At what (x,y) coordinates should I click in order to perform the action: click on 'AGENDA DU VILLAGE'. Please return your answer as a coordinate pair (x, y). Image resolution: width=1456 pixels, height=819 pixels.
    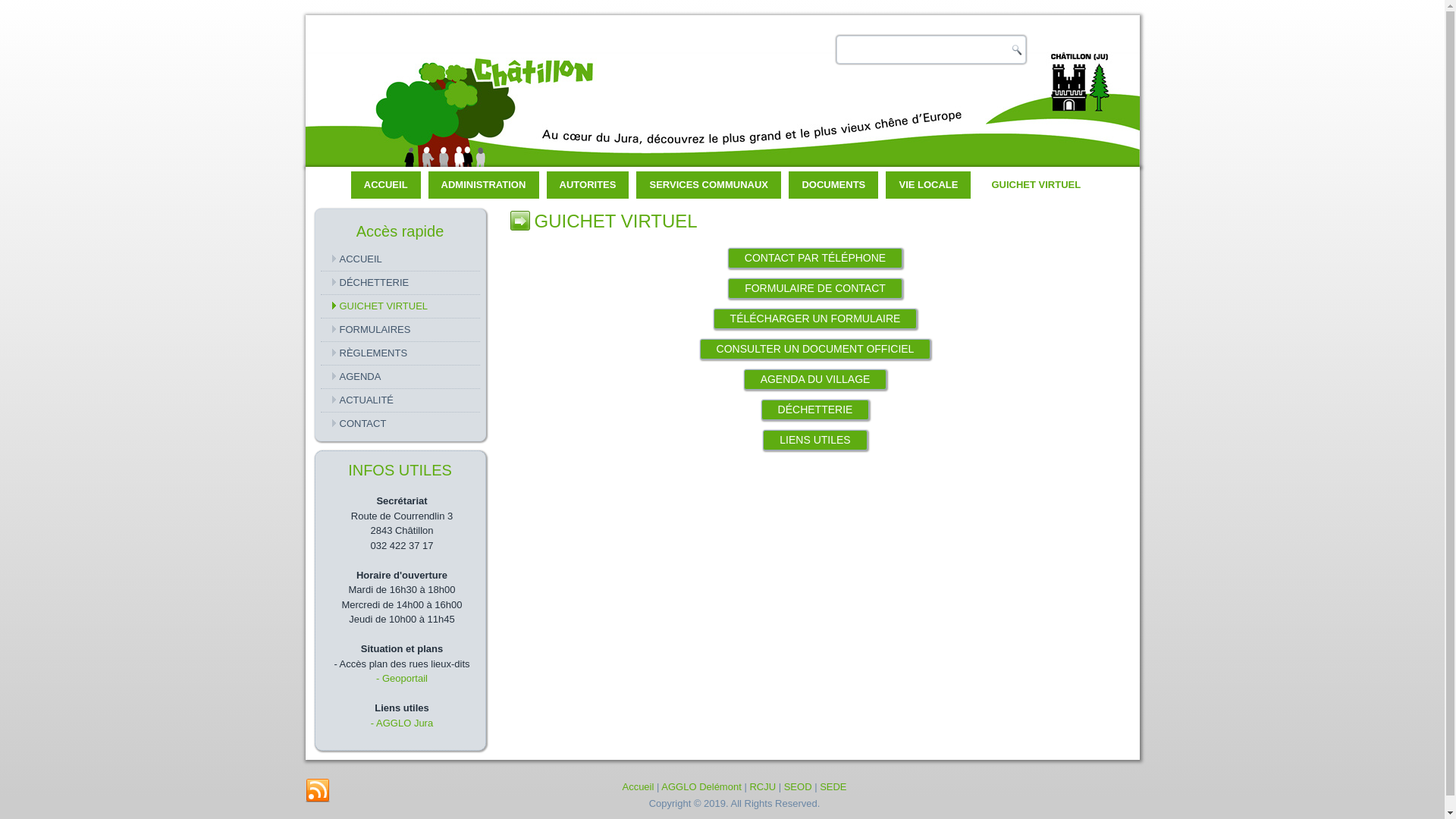
    Looking at the image, I should click on (814, 378).